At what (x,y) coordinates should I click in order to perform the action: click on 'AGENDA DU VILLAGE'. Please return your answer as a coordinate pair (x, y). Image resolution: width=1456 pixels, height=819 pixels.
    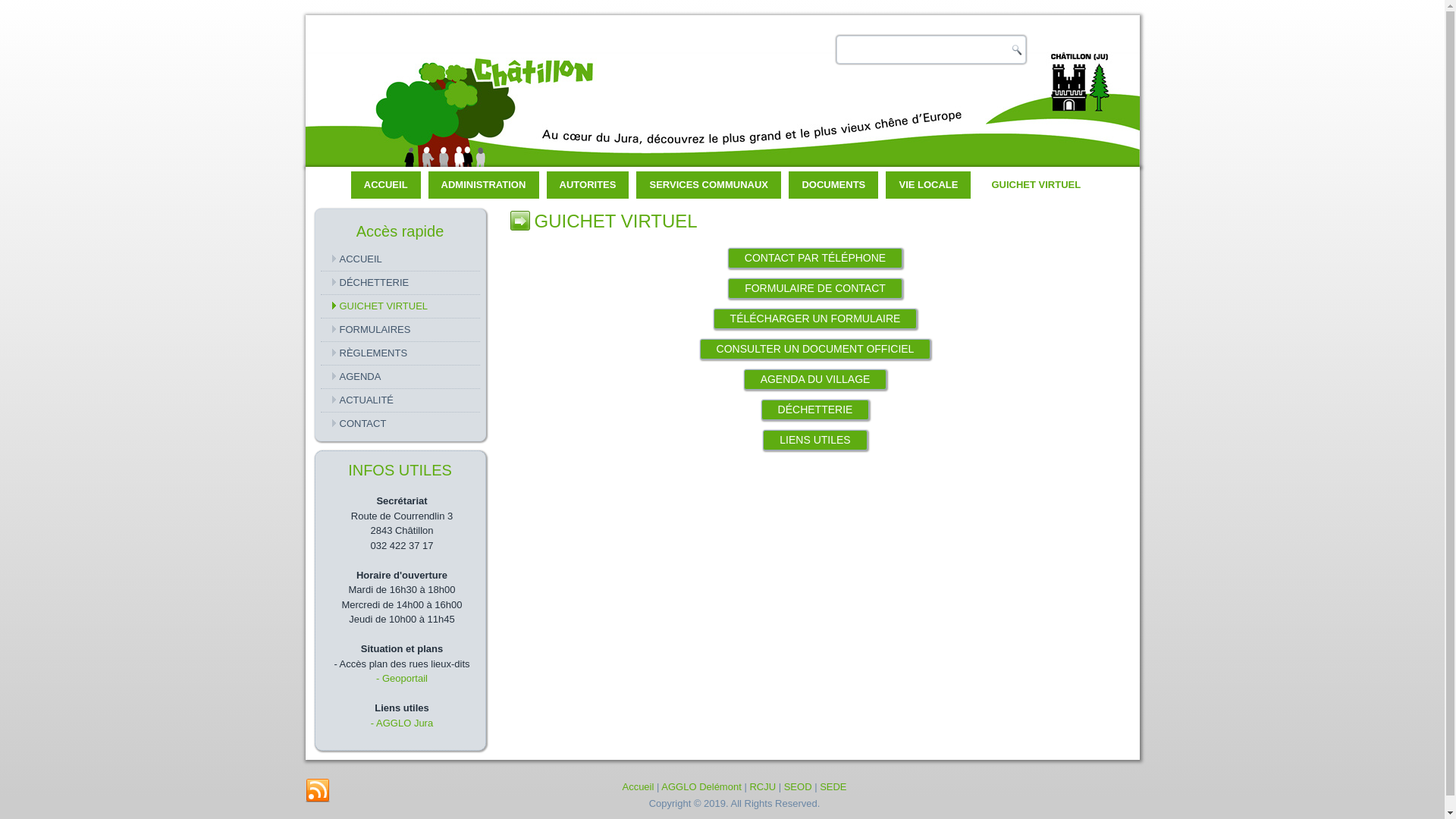
    Looking at the image, I should click on (814, 378).